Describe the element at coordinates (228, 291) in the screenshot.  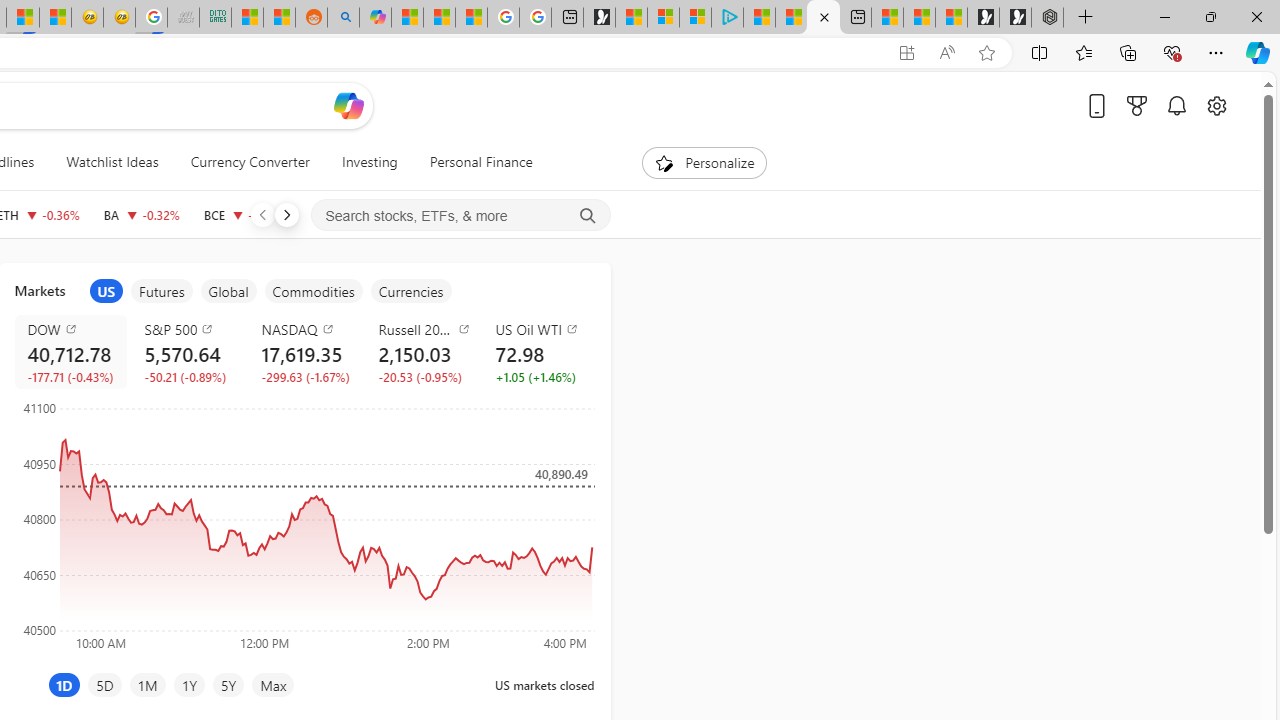
I see `'item3'` at that location.